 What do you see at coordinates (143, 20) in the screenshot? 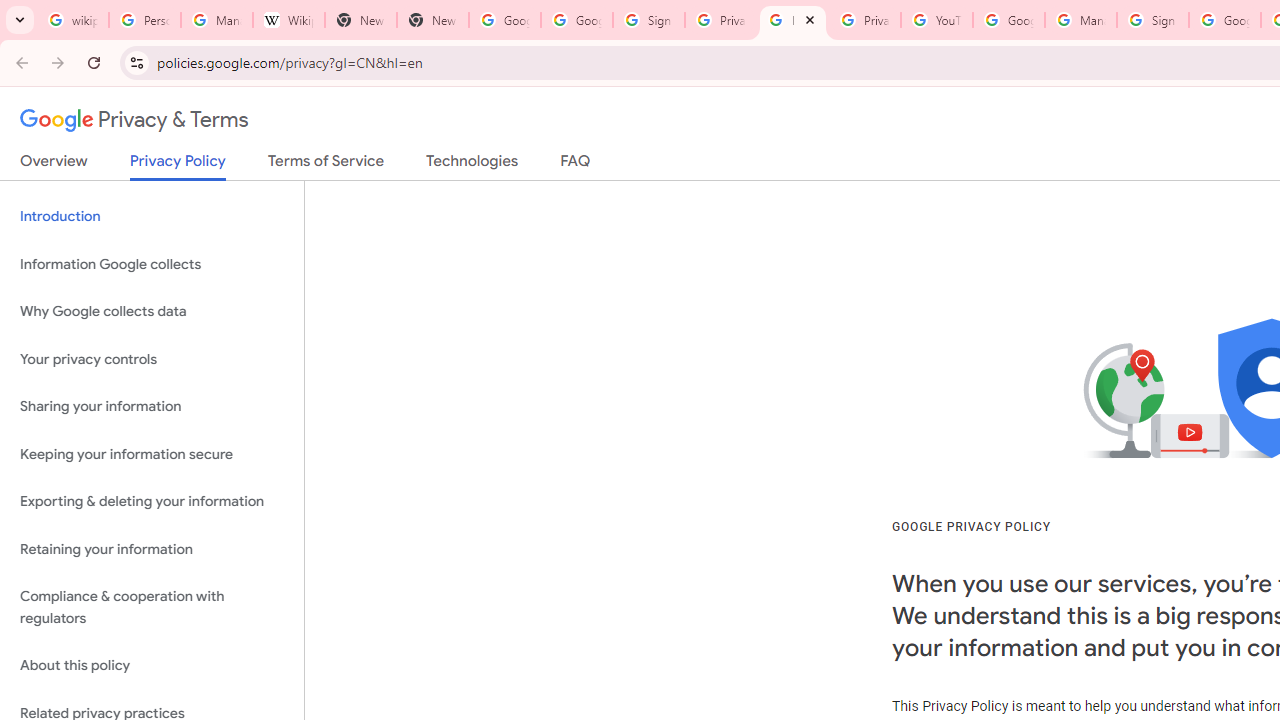
I see `'Personalization & Google Search results - Google Search Help'` at bounding box center [143, 20].